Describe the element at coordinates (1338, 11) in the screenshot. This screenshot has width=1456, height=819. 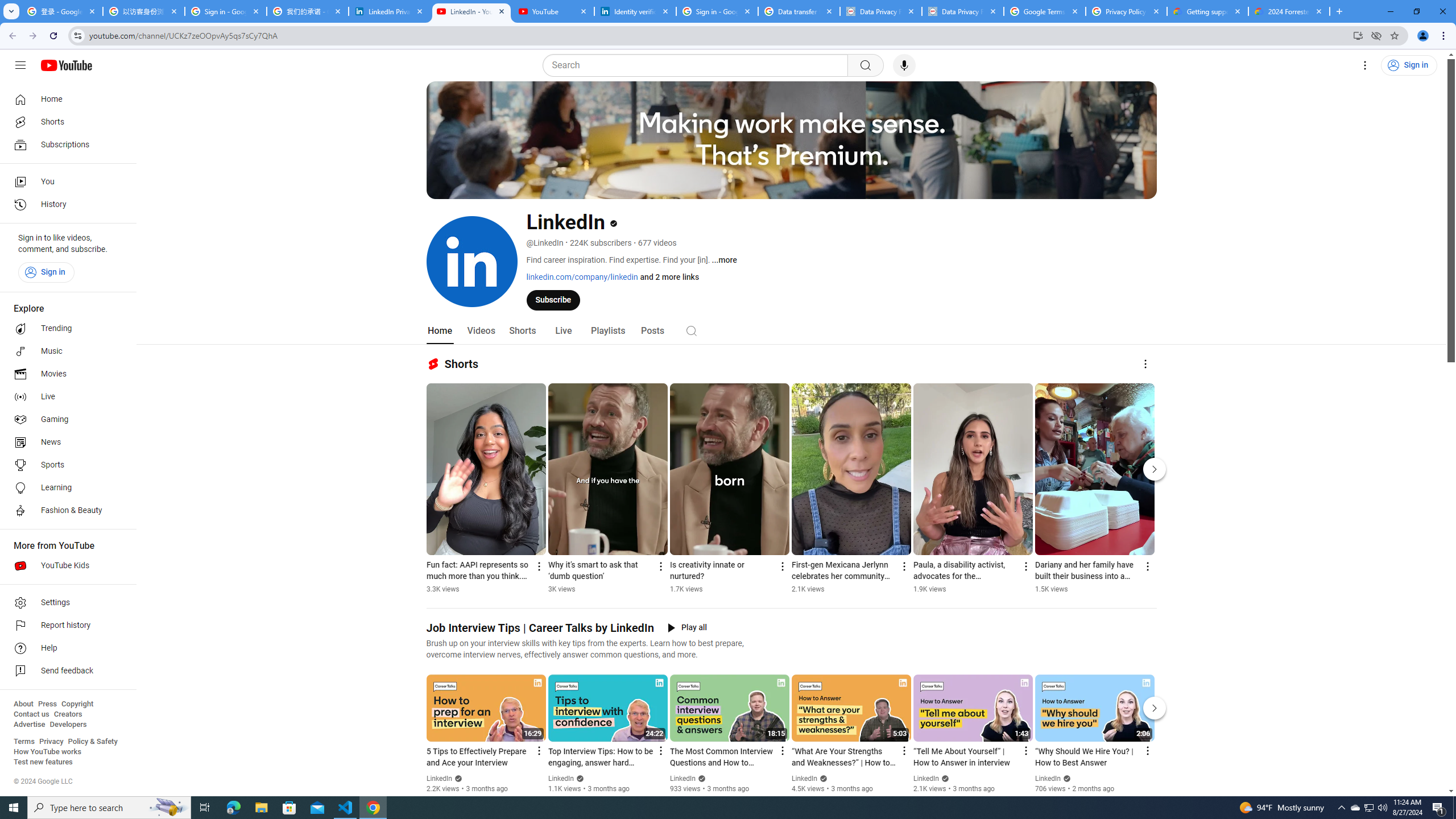
I see `'New Tab'` at that location.